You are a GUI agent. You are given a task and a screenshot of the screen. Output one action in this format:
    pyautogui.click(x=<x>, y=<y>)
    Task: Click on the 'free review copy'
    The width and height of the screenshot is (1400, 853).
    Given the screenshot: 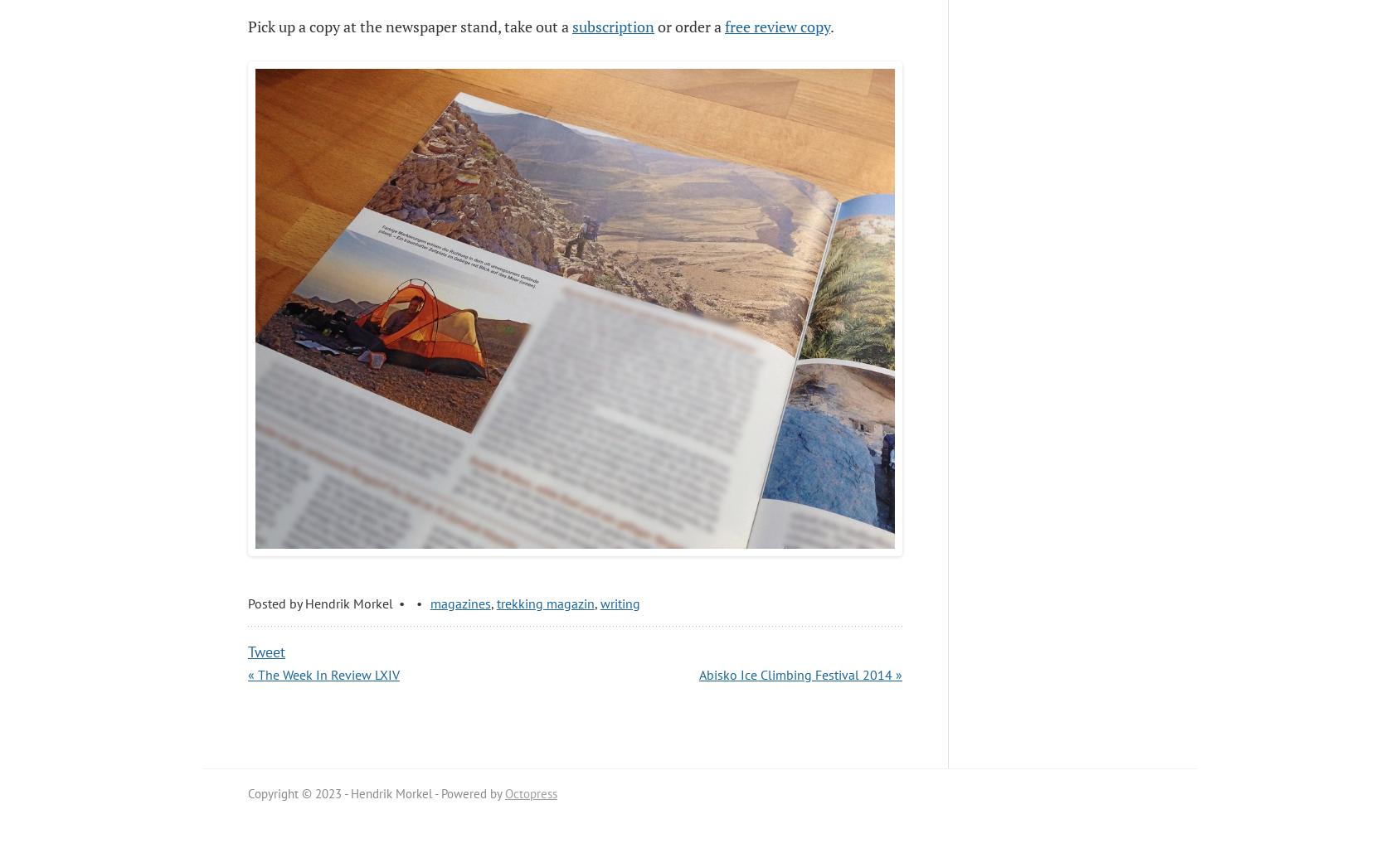 What is the action you would take?
    pyautogui.click(x=776, y=27)
    